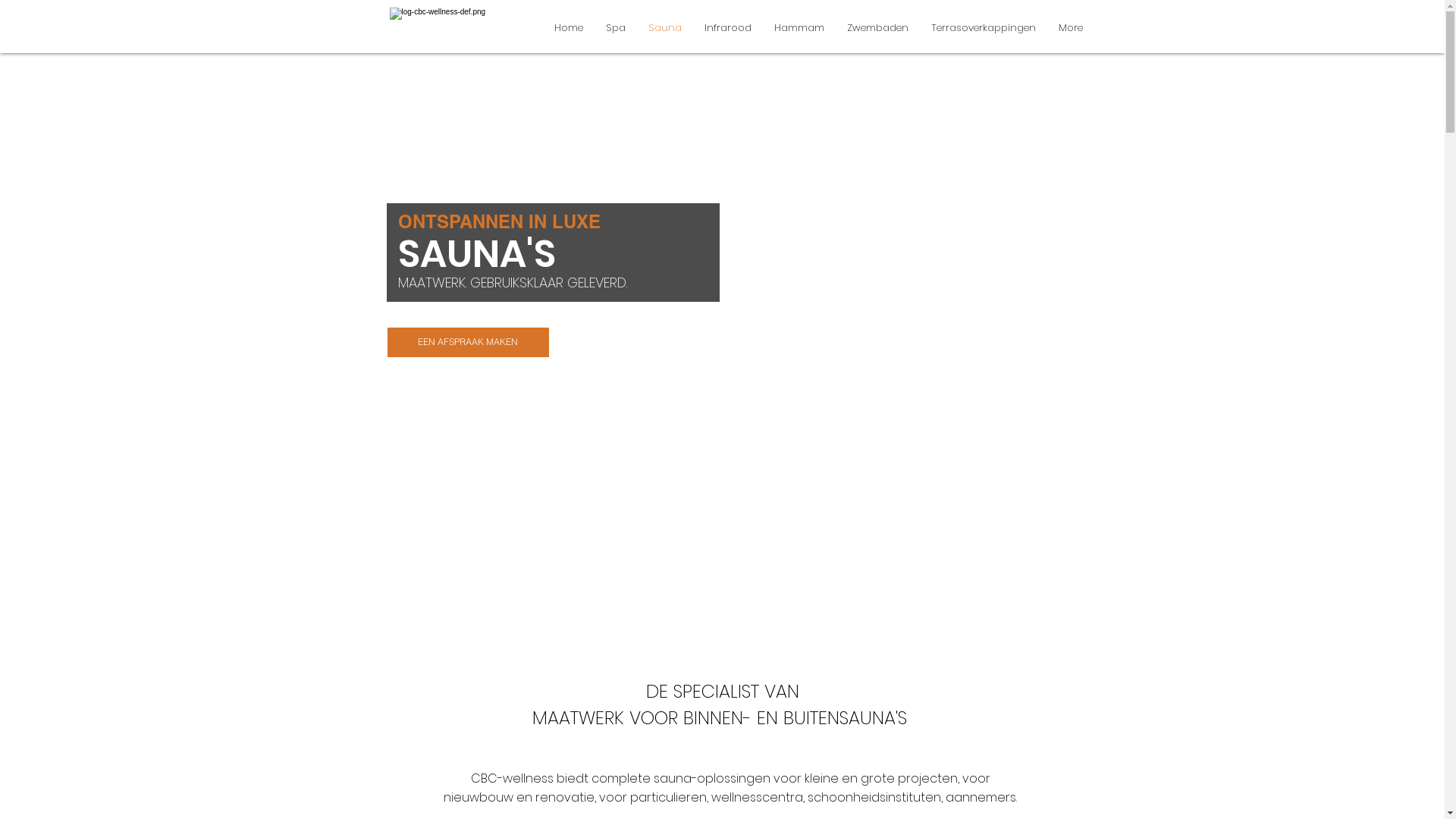  Describe the element at coordinates (567, 27) in the screenshot. I see `'Home'` at that location.